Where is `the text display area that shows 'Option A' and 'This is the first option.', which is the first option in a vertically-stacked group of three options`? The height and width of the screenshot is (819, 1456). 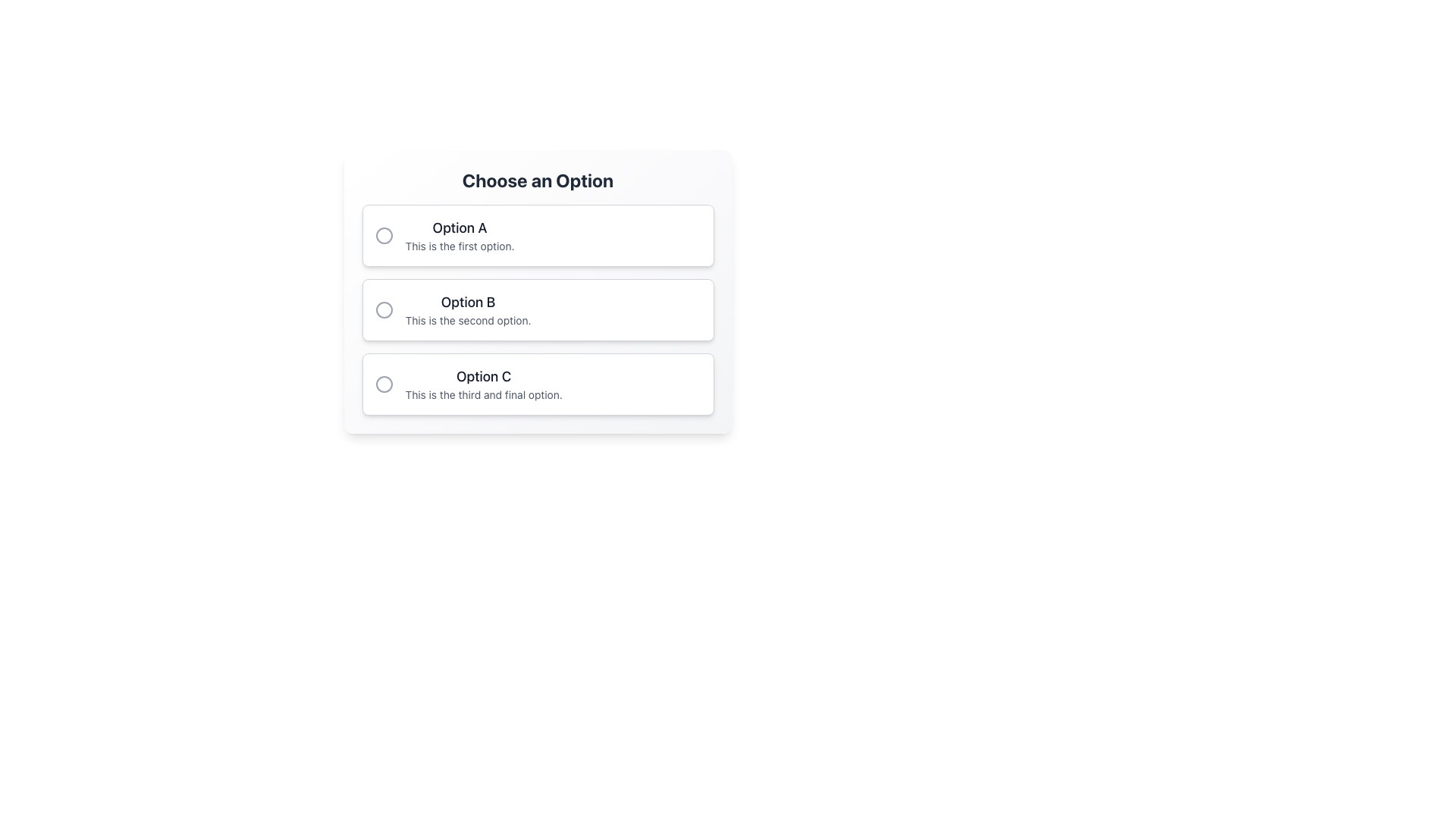 the text display area that shows 'Option A' and 'This is the first option.', which is the first option in a vertically-stacked group of three options is located at coordinates (459, 236).